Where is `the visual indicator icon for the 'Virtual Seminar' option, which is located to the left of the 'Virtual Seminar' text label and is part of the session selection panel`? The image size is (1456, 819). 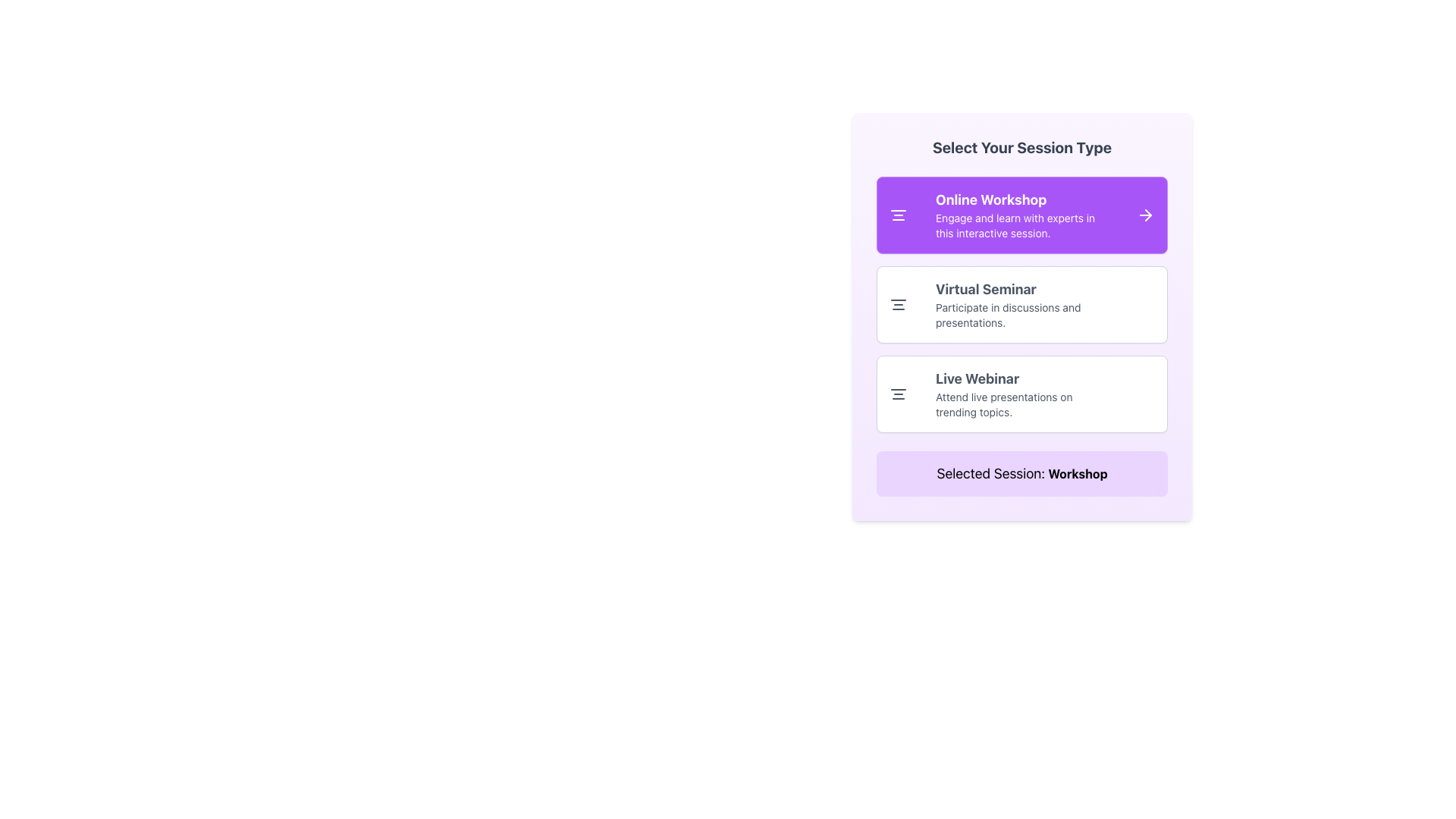
the visual indicator icon for the 'Virtual Seminar' option, which is located to the left of the 'Virtual Seminar' text label and is part of the session selection panel is located at coordinates (899, 304).